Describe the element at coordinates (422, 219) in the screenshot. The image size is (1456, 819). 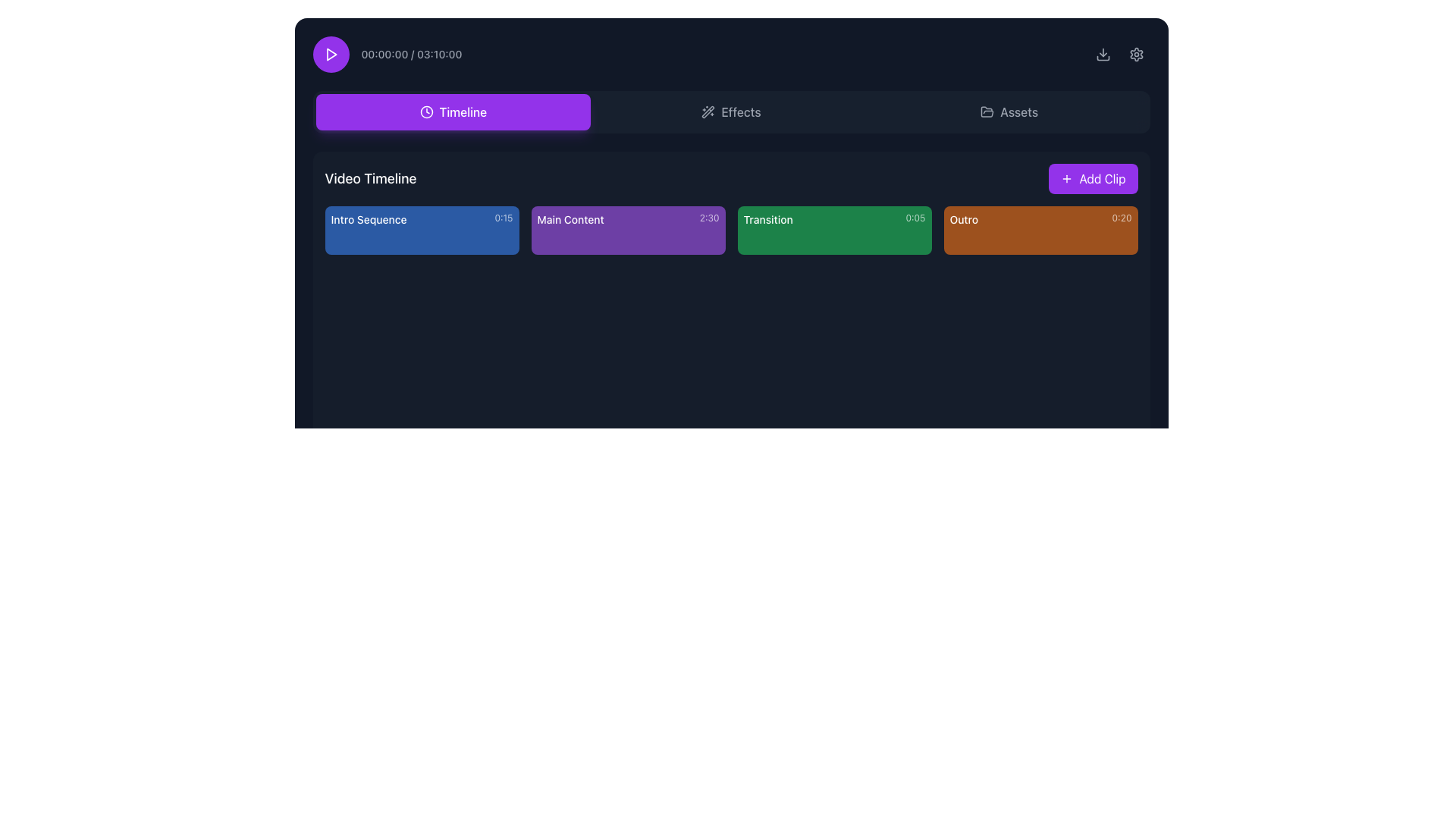
I see `the timeline item labeled 'Intro Sequence' with a blue background` at that location.